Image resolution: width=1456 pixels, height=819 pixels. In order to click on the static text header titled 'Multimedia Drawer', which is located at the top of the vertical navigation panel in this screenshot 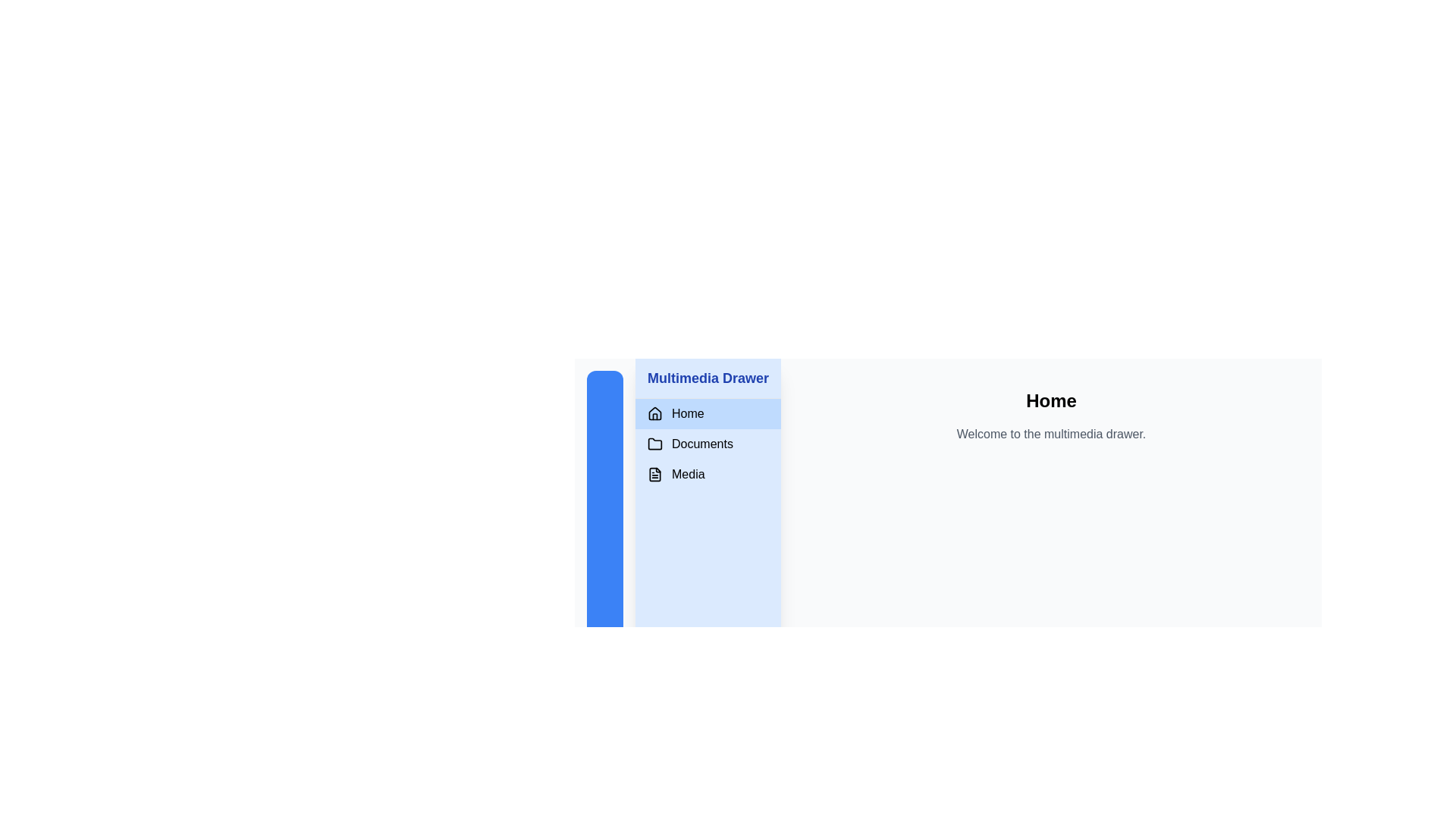, I will do `click(708, 378)`.